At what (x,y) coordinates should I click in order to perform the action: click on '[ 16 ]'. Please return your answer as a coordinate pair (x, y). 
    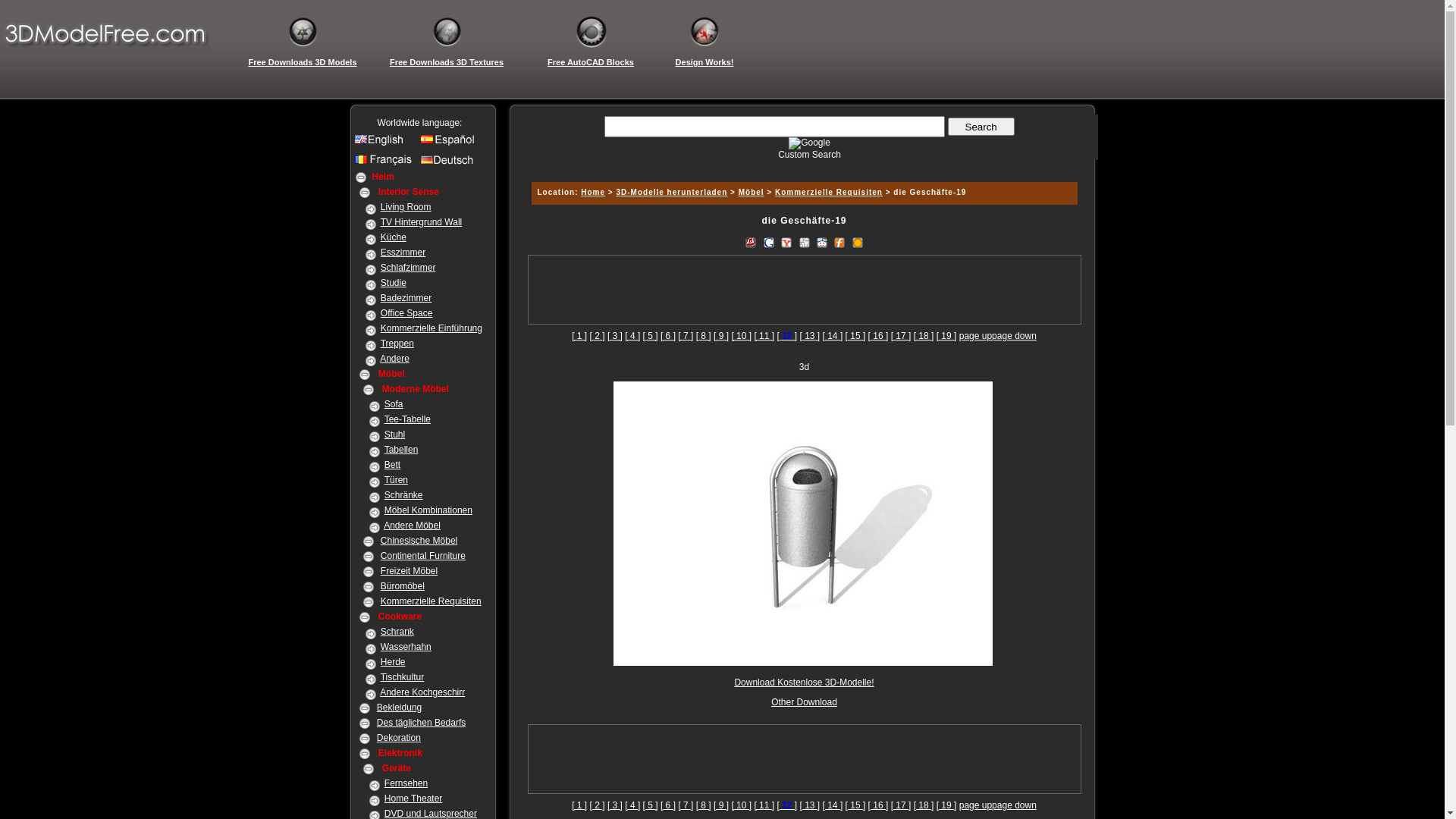
    Looking at the image, I should click on (868, 335).